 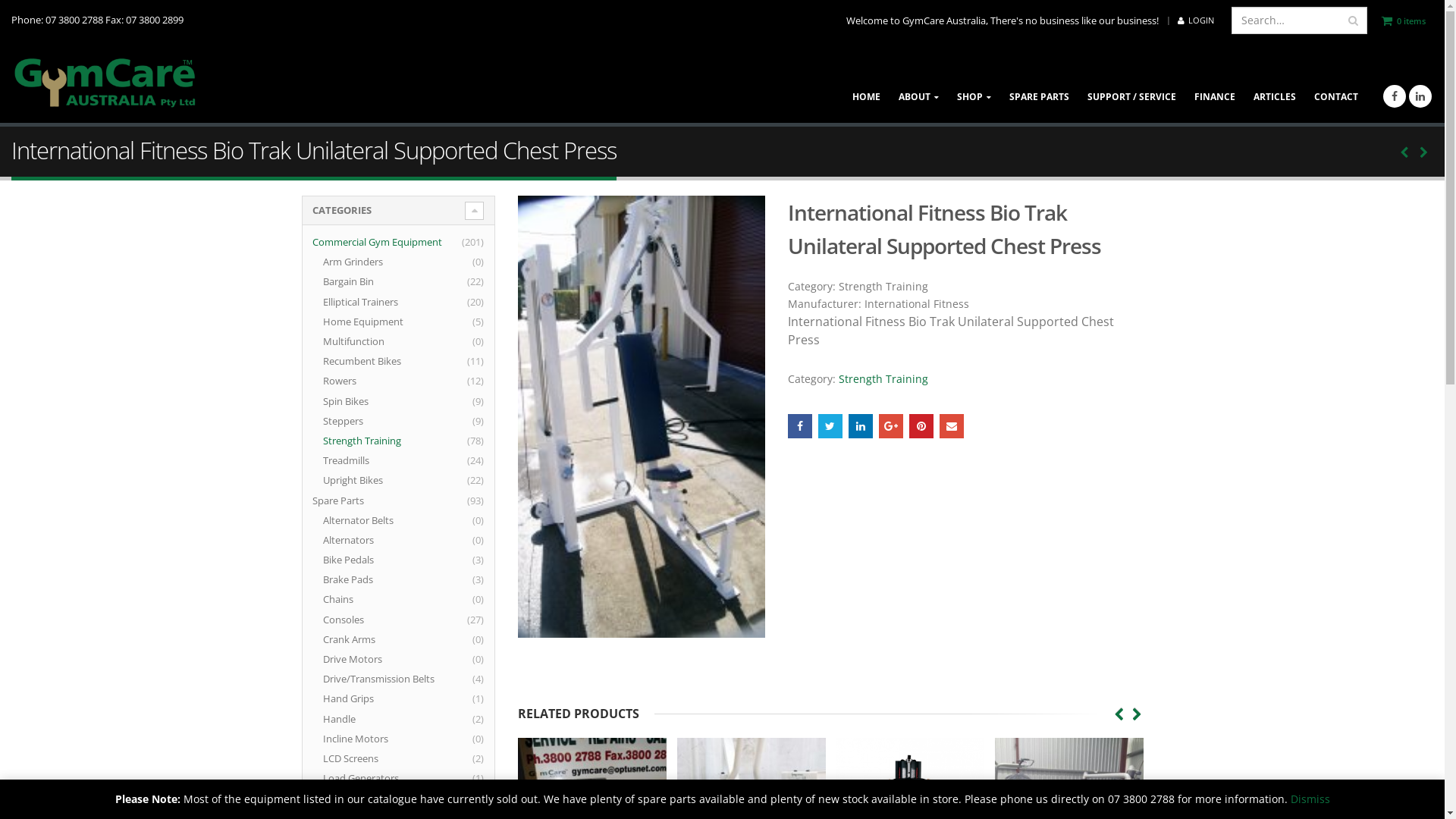 What do you see at coordinates (1274, 82) in the screenshot?
I see `'ARTICLES'` at bounding box center [1274, 82].